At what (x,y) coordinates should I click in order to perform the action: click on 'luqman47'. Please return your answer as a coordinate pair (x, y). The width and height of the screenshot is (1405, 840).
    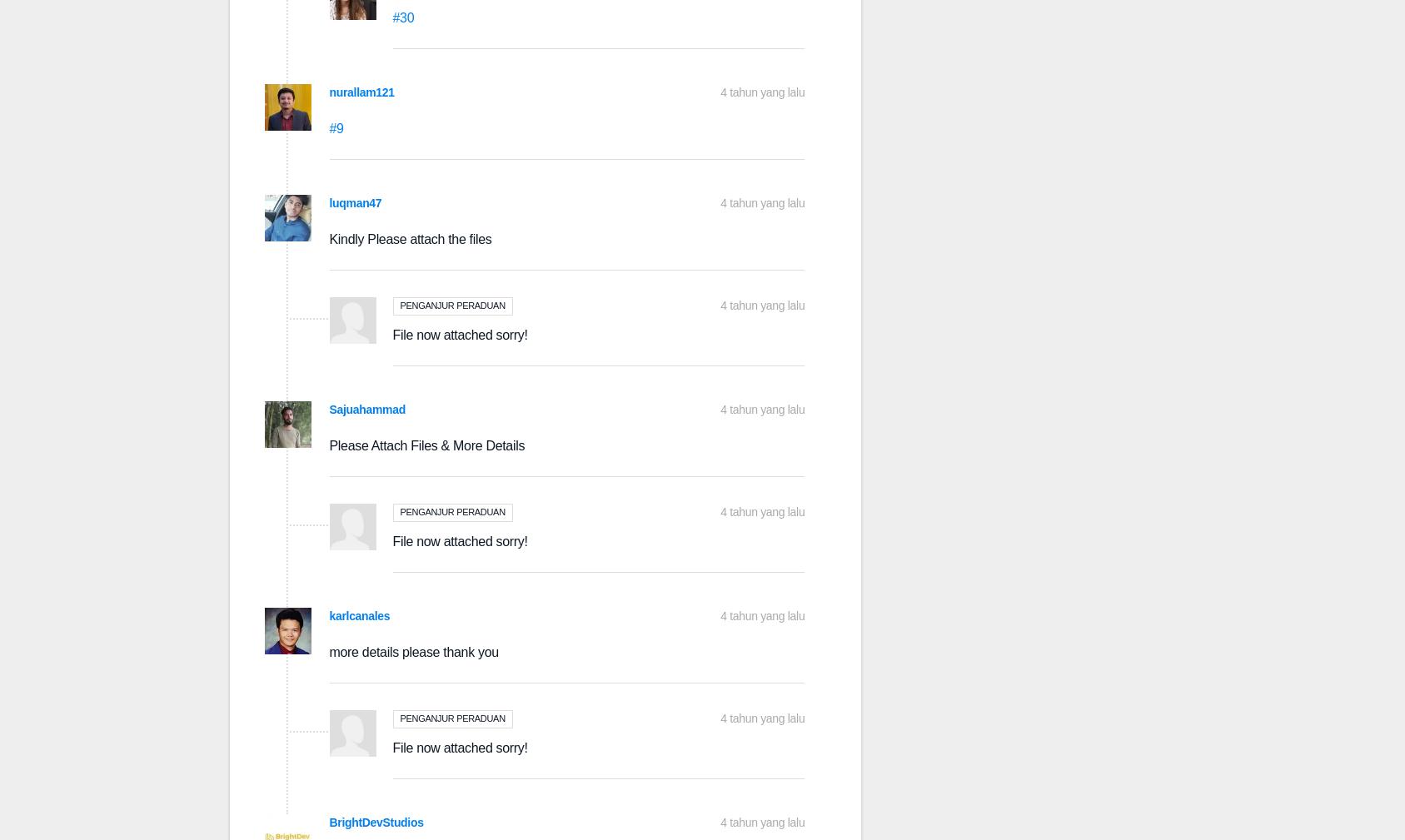
    Looking at the image, I should click on (355, 201).